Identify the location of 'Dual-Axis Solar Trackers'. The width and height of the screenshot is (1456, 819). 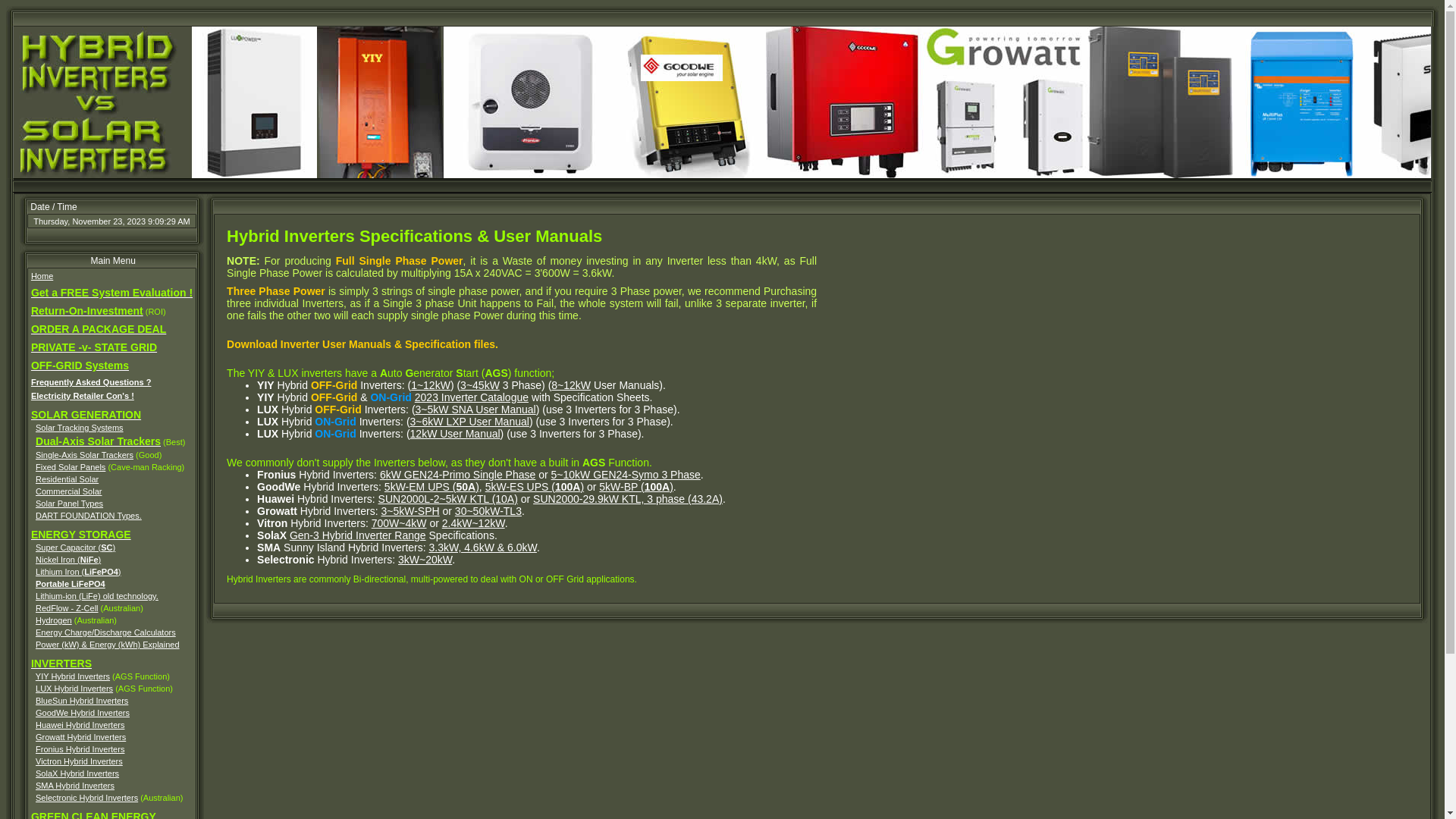
(97, 441).